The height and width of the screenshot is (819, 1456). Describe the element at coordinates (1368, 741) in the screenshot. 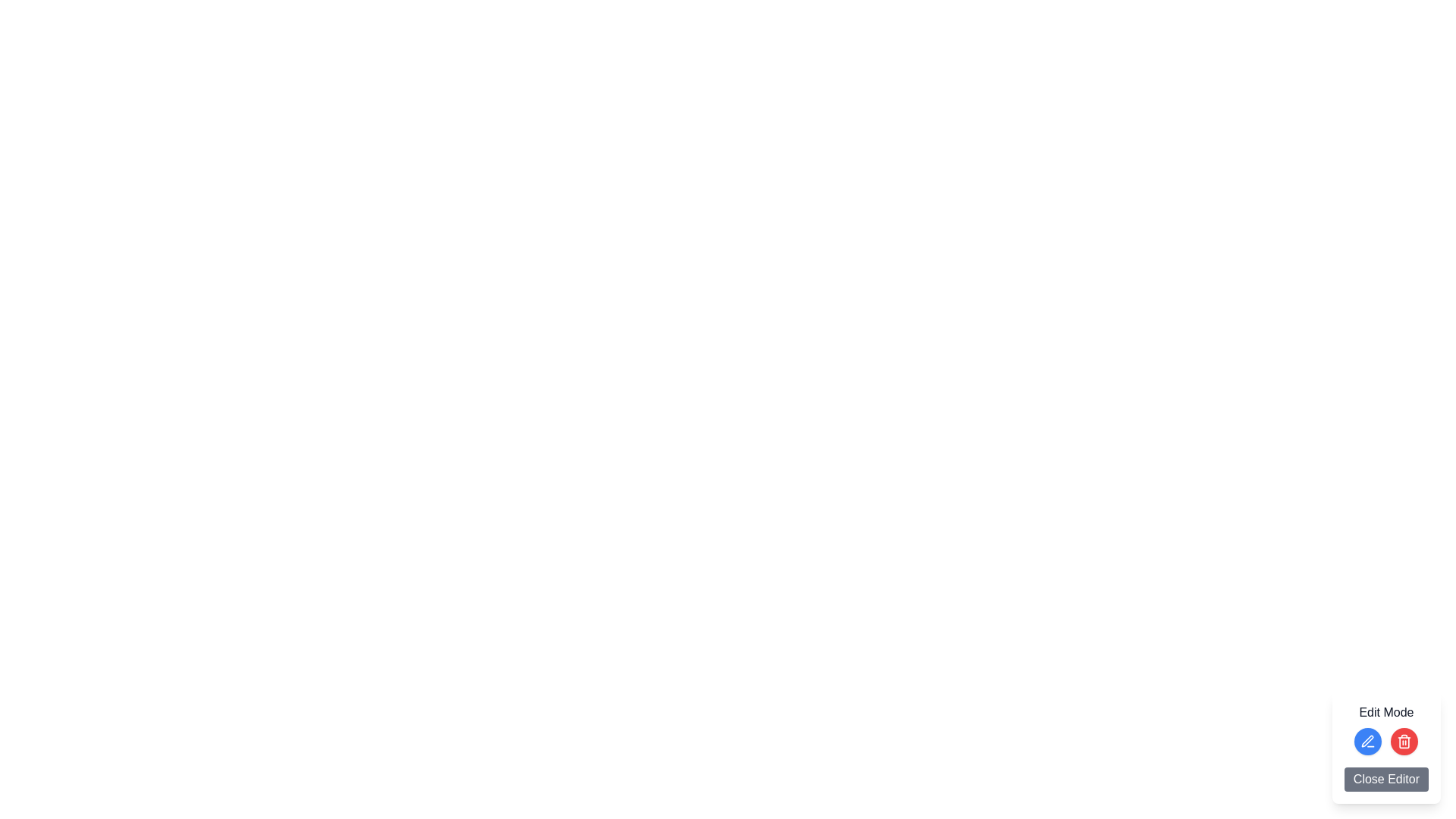

I see `the circular blue button with a white pen icon located in the bottom-right corner of the interface` at that location.